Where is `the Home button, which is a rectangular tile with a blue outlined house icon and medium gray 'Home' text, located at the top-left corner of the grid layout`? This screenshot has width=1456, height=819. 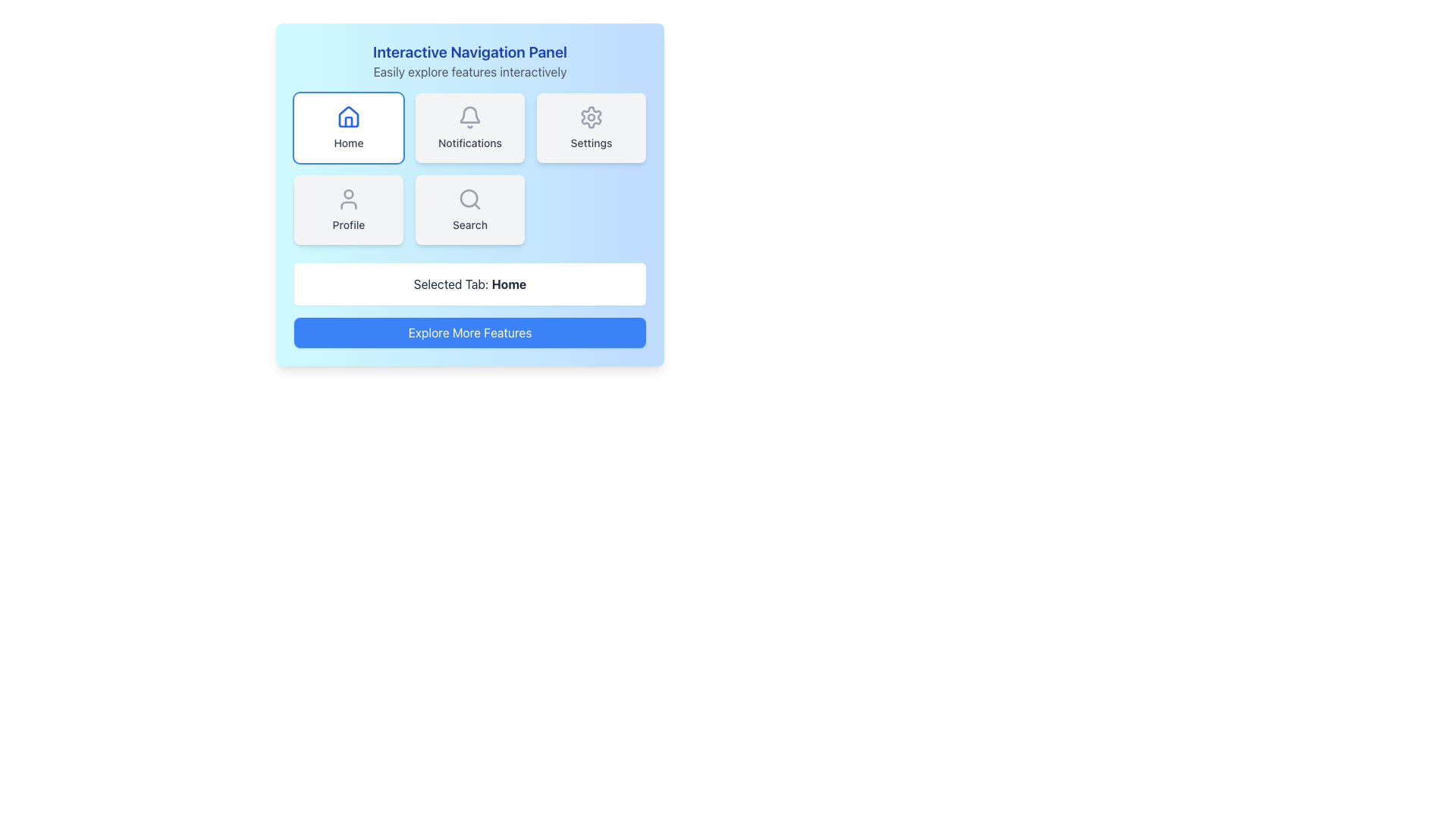
the Home button, which is a rectangular tile with a blue outlined house icon and medium gray 'Home' text, located at the top-left corner of the grid layout is located at coordinates (348, 127).